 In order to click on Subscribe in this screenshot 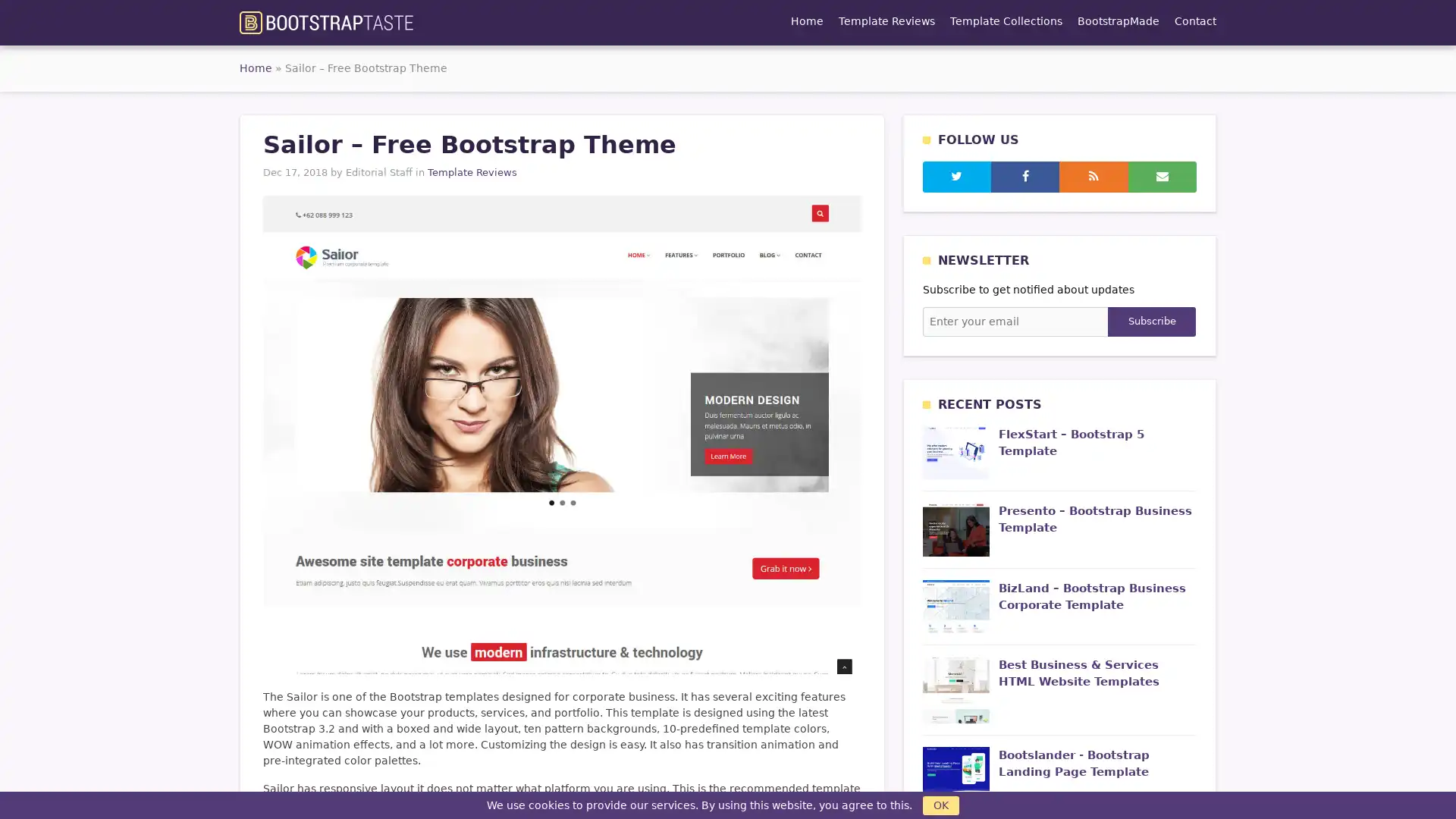, I will do `click(1151, 321)`.